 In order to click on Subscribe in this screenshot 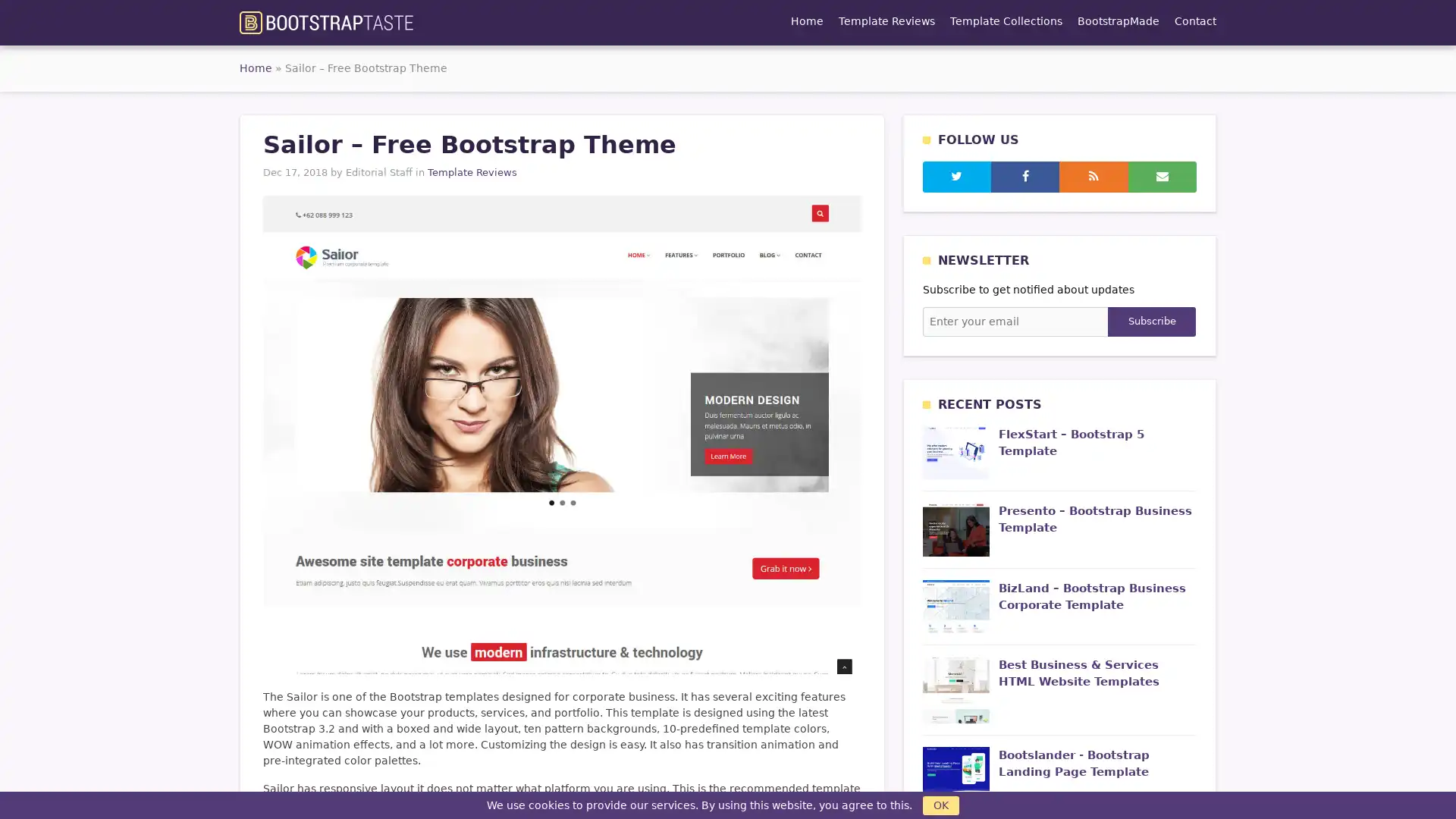, I will do `click(1151, 321)`.